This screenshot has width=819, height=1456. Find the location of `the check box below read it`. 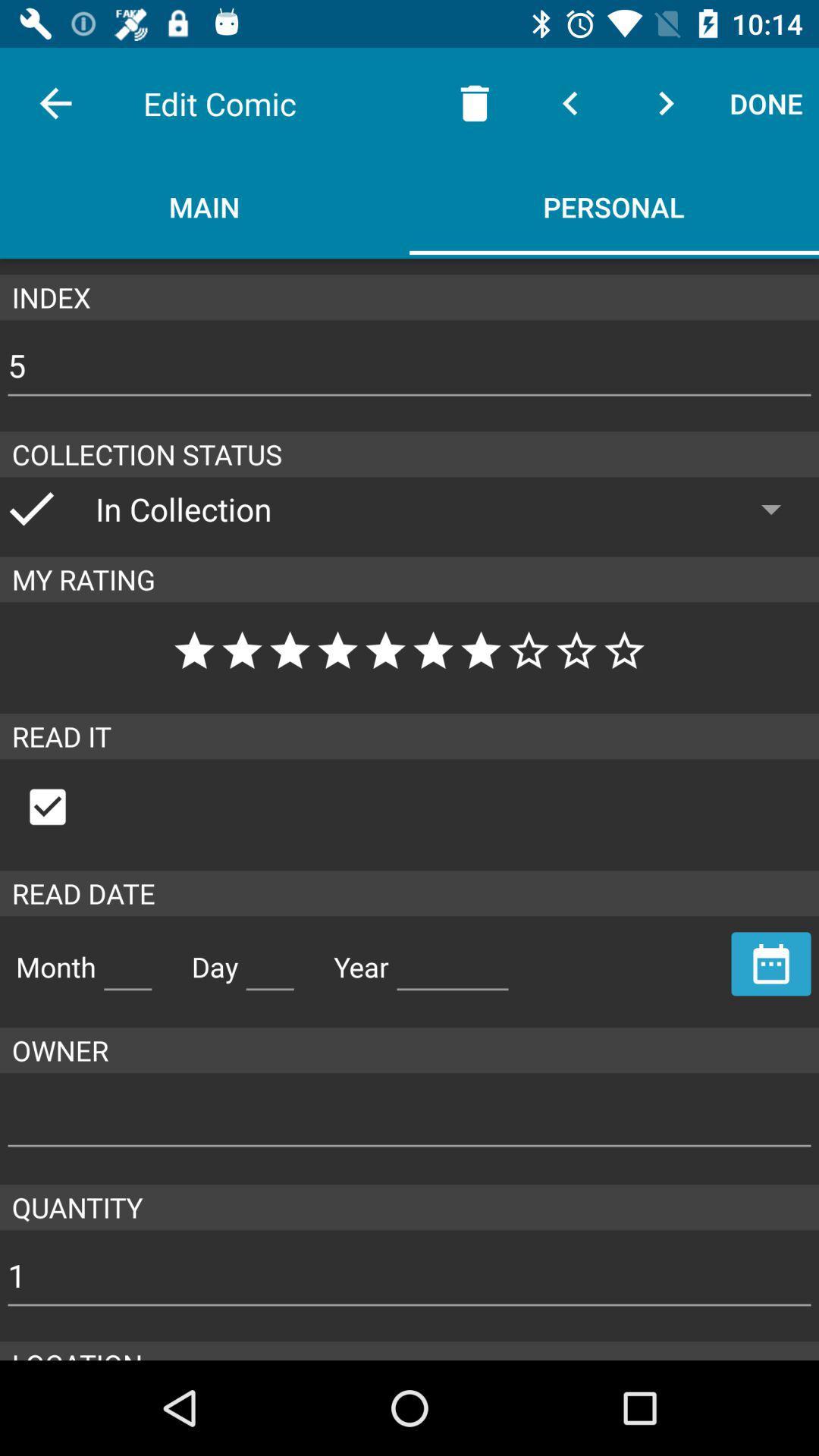

the check box below read it is located at coordinates (63, 806).